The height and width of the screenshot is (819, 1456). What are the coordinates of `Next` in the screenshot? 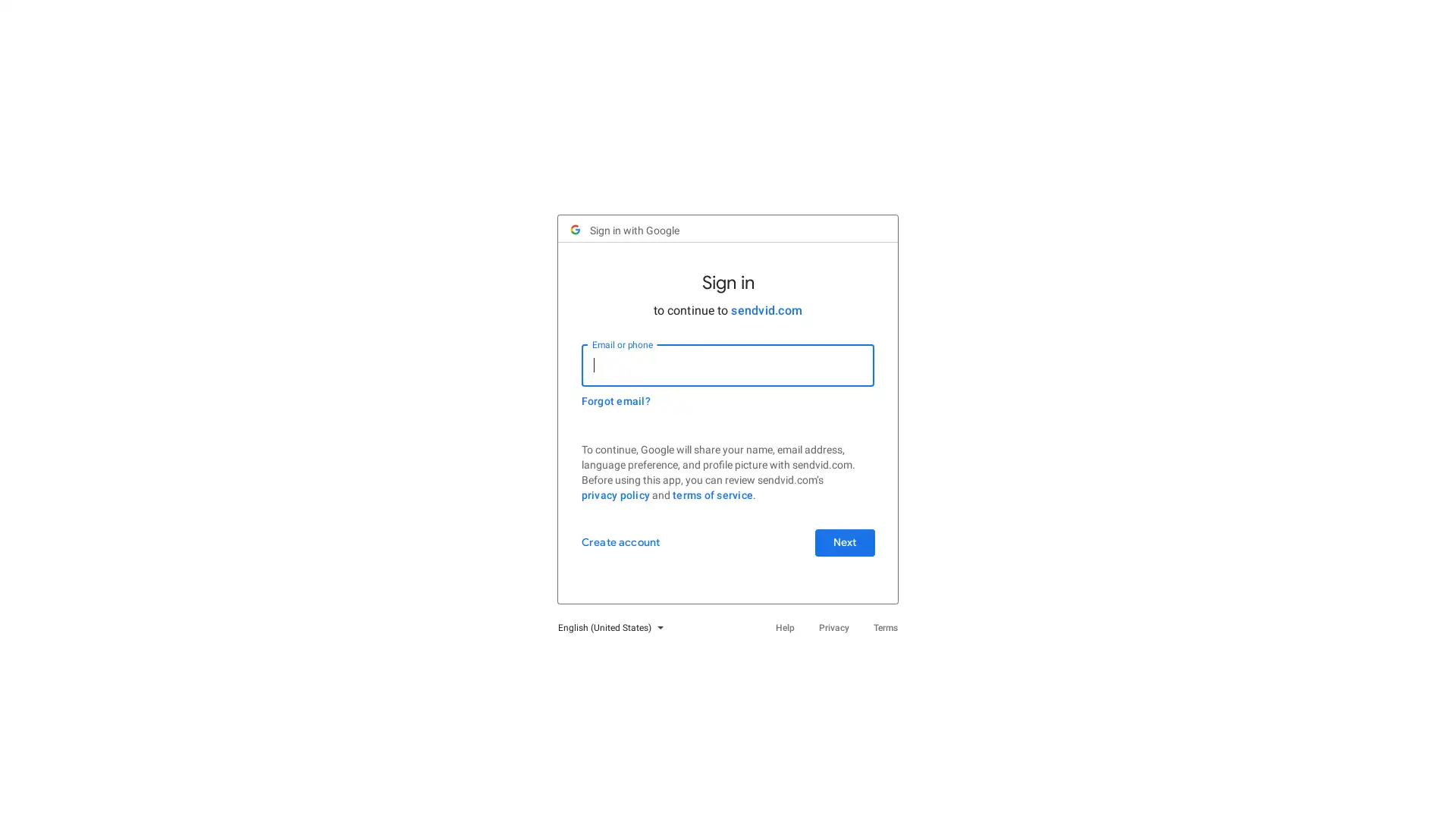 It's located at (836, 548).